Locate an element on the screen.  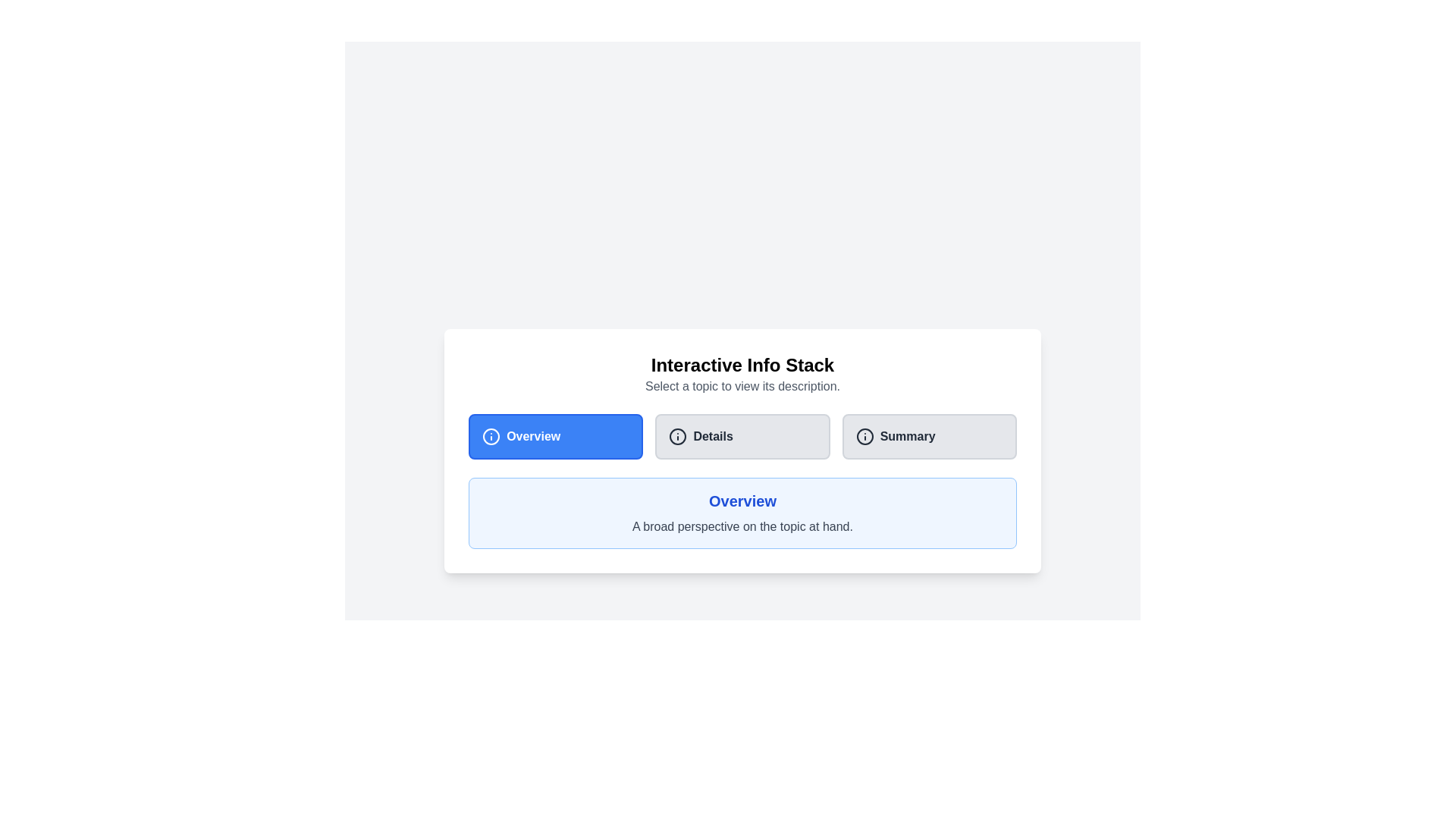
the Informational panel with a light blue background and rounded corners, which contains the header 'Overview' in bold blue text is located at coordinates (742, 513).